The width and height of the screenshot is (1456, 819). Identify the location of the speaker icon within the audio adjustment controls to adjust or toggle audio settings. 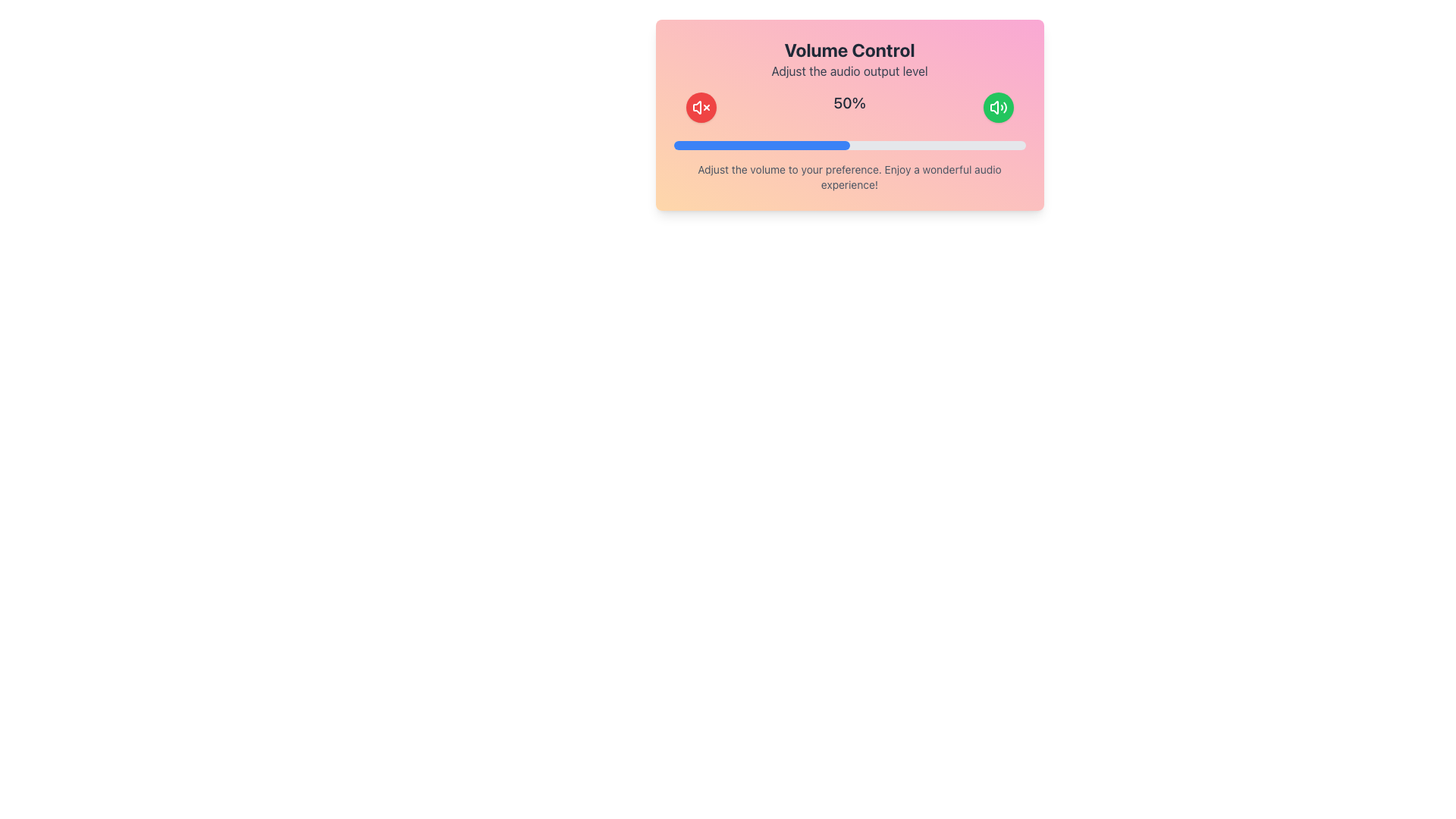
(998, 107).